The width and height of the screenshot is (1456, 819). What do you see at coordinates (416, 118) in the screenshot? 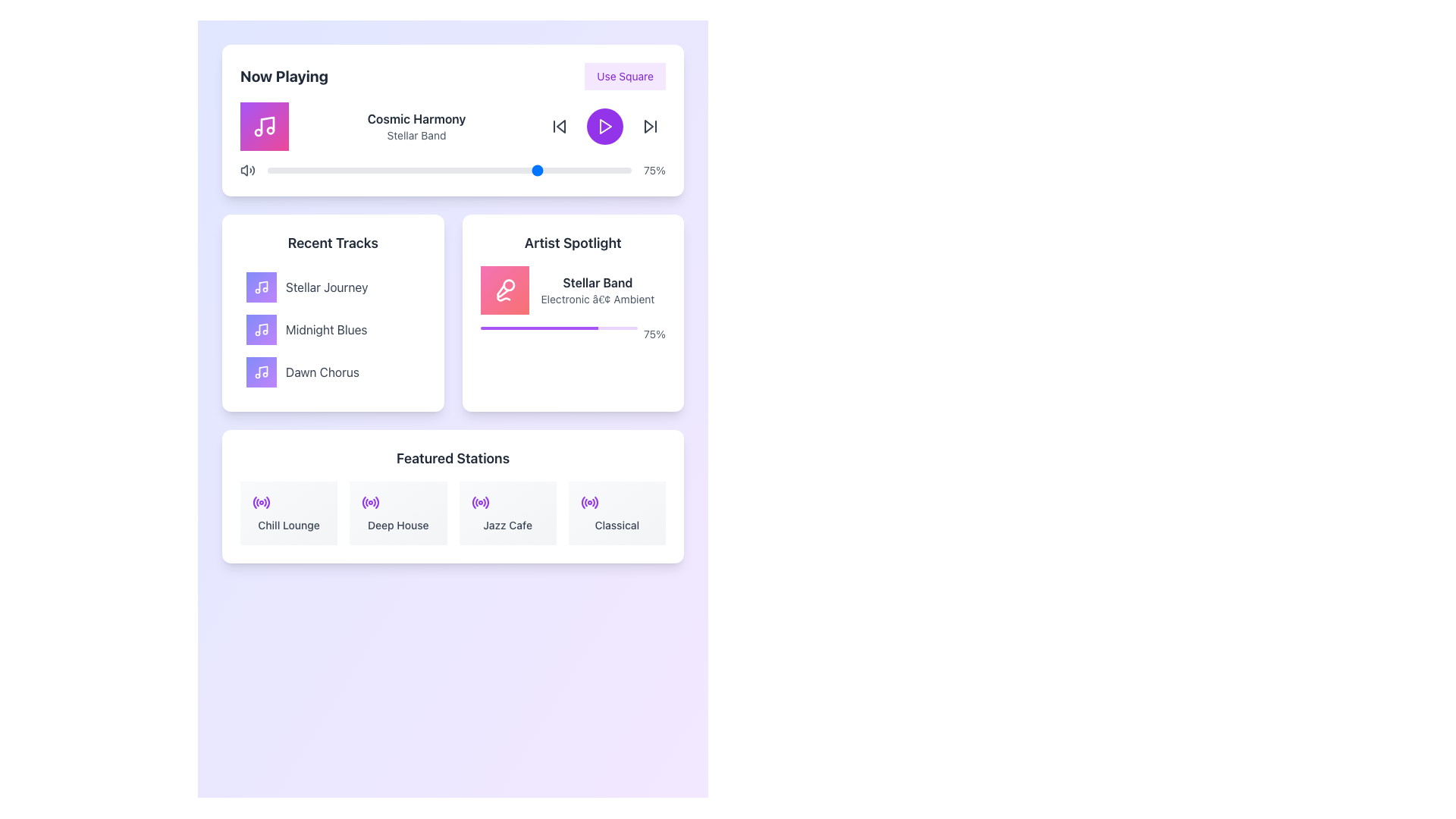
I see `the text label displaying 'Cosmic Harmony' in bold dark gray font, located at the top center of the 'Now Playing' section, above the subtext 'Stellar Band'` at bounding box center [416, 118].